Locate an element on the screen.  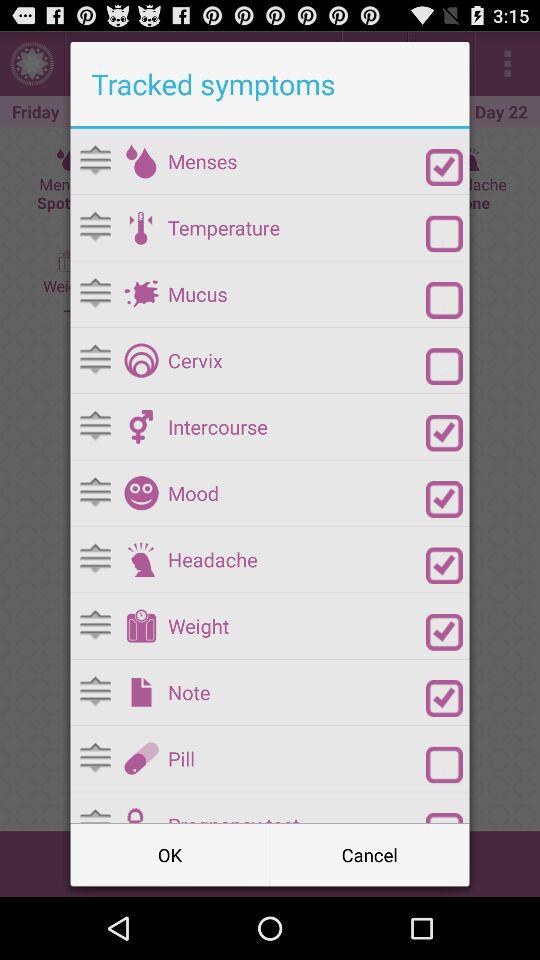
this use select items is located at coordinates (444, 764).